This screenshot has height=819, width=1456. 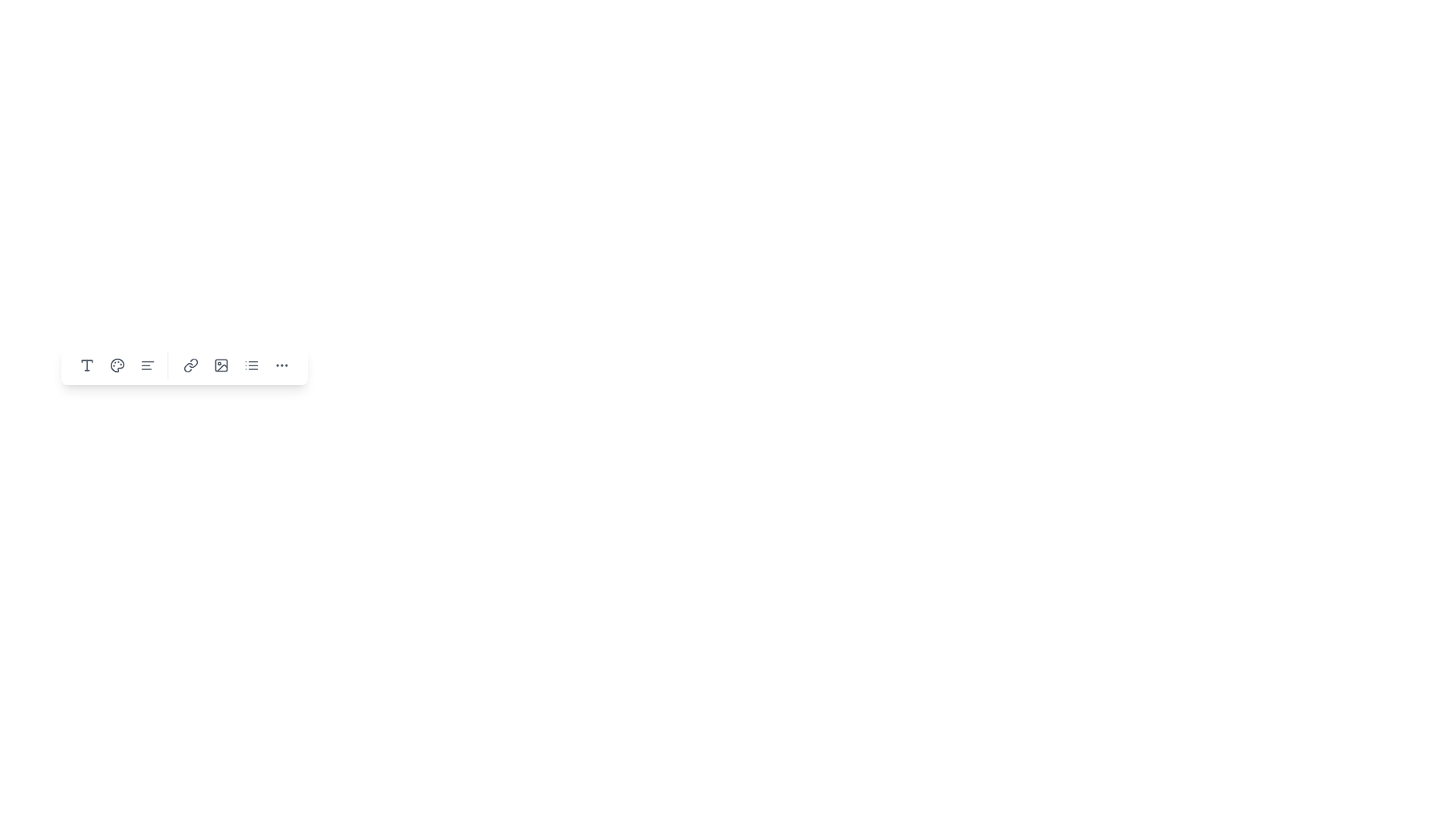 I want to click on the left alignment button, which is the fifth interactive button in the horizontal layout of a text formatting toolbar, so click(x=148, y=366).